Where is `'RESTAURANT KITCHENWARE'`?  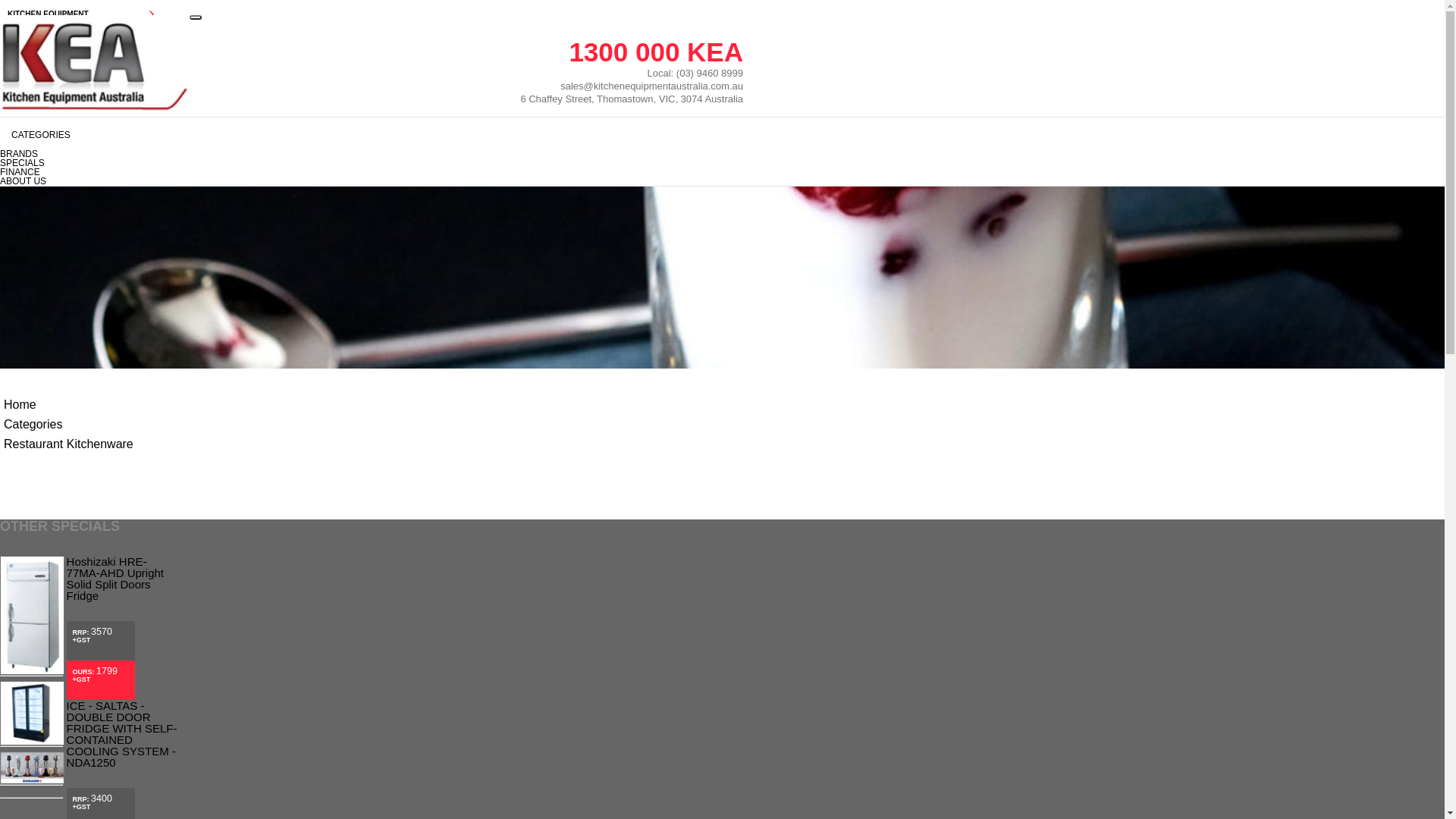
'RESTAURANT KITCHENWARE' is located at coordinates (0, 396).